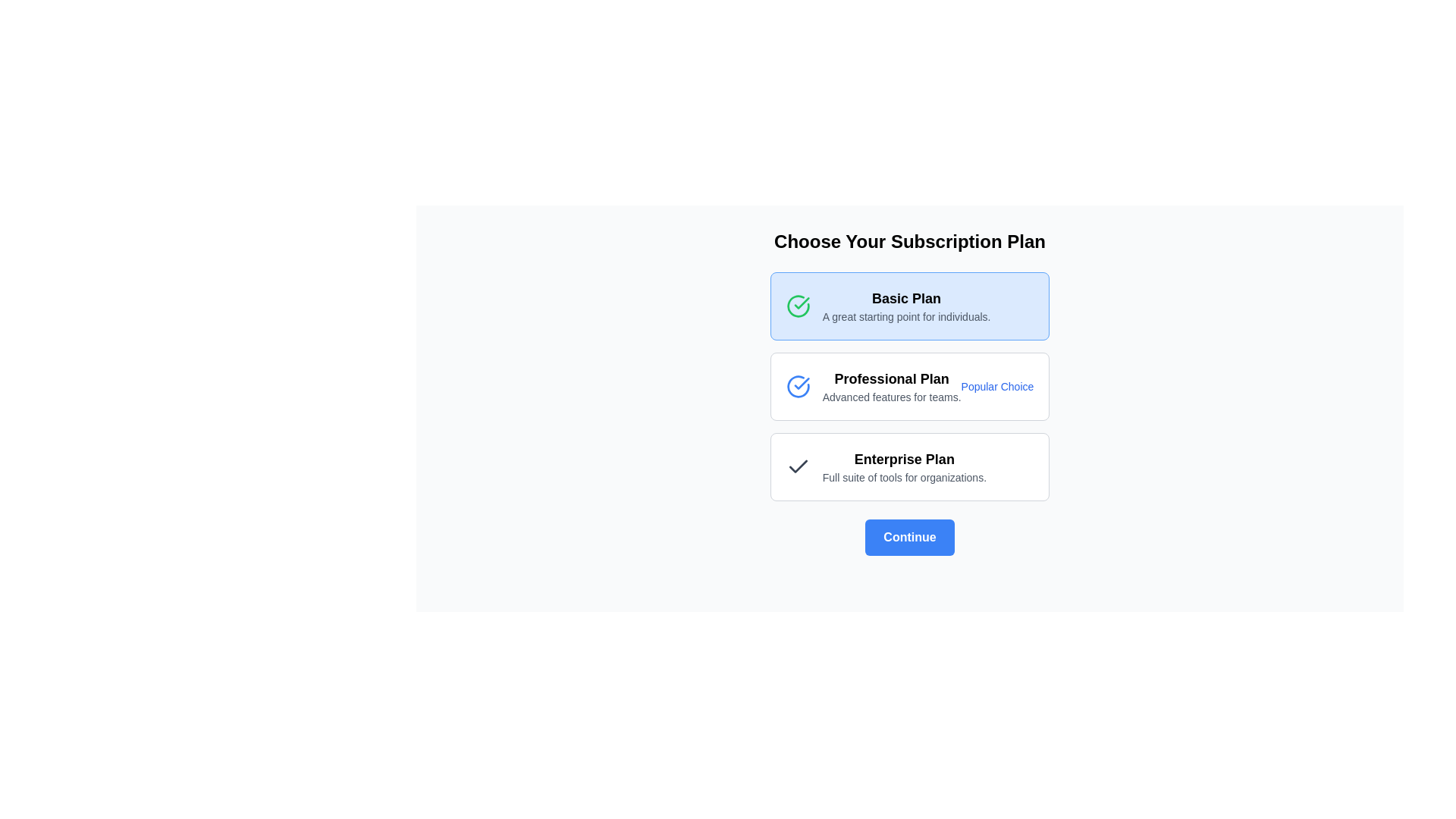 The image size is (1456, 819). Describe the element at coordinates (801, 382) in the screenshot. I see `the checkmark icon within the SVG component that indicates the selection state of the 'Basic Plan' option` at that location.